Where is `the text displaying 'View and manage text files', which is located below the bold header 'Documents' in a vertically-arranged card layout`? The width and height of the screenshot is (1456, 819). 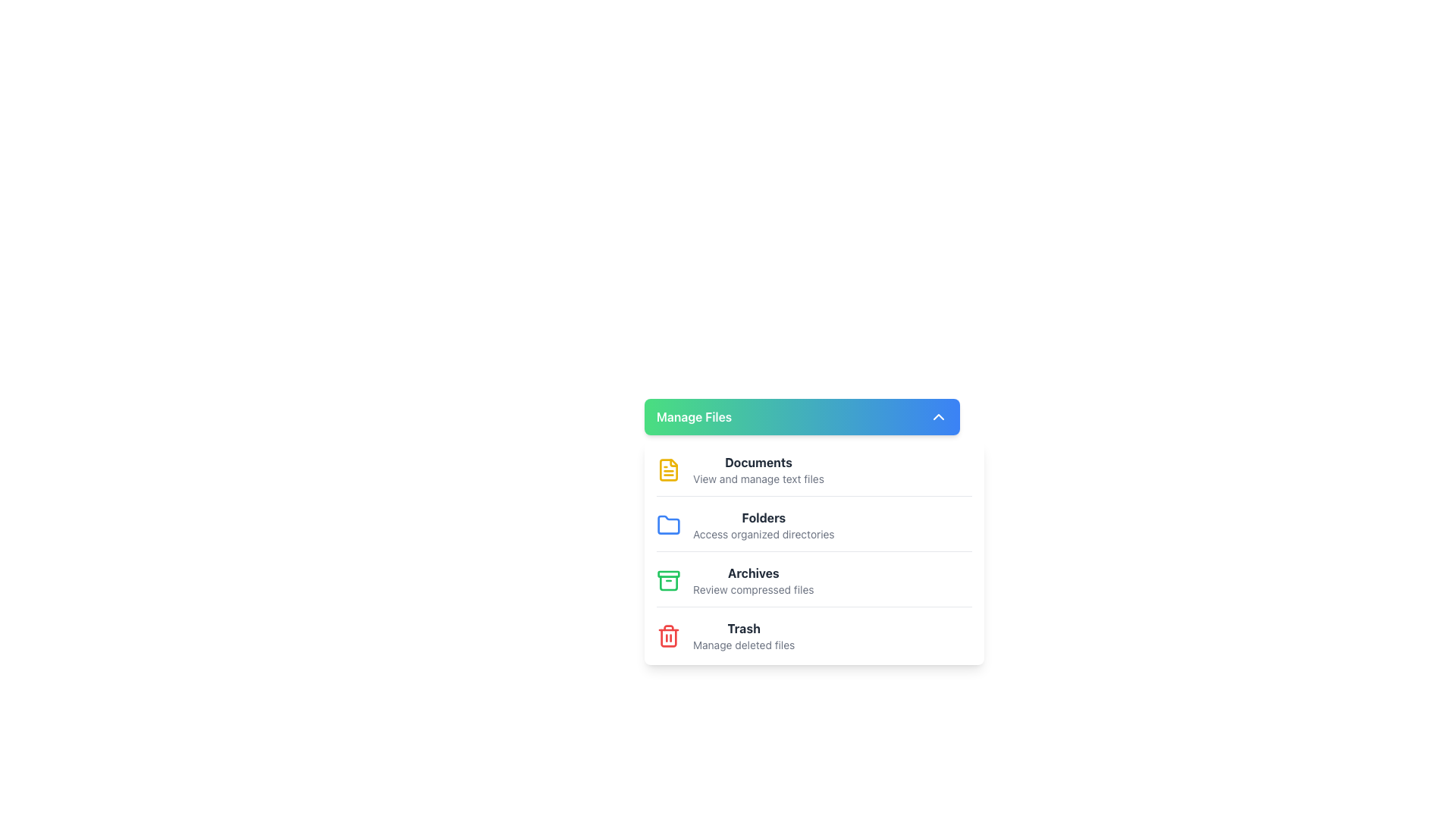
the text displaying 'View and manage text files', which is located below the bold header 'Documents' in a vertically-arranged card layout is located at coordinates (758, 479).